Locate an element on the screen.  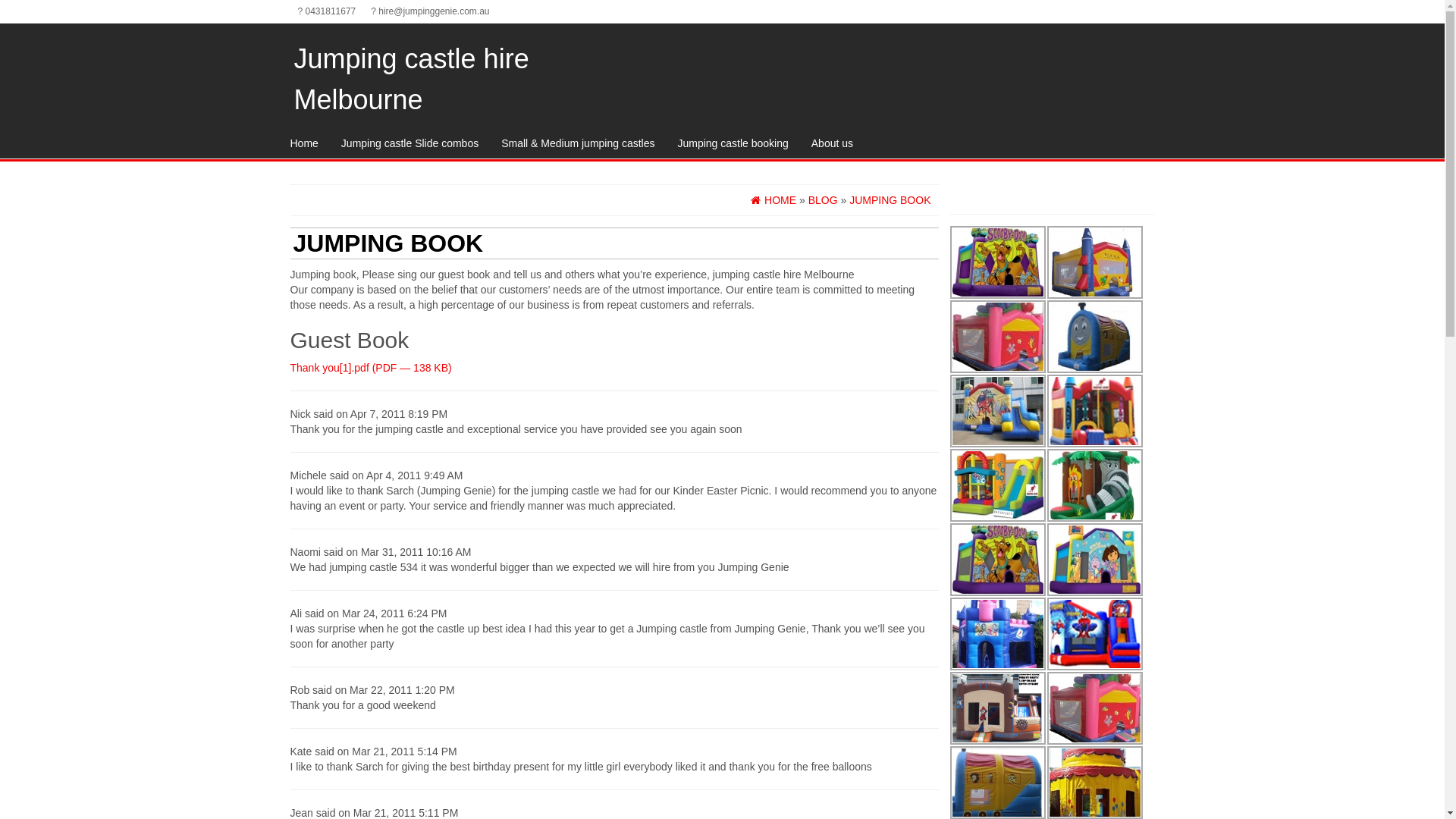
'Jumping castle booking' is located at coordinates (732, 143).